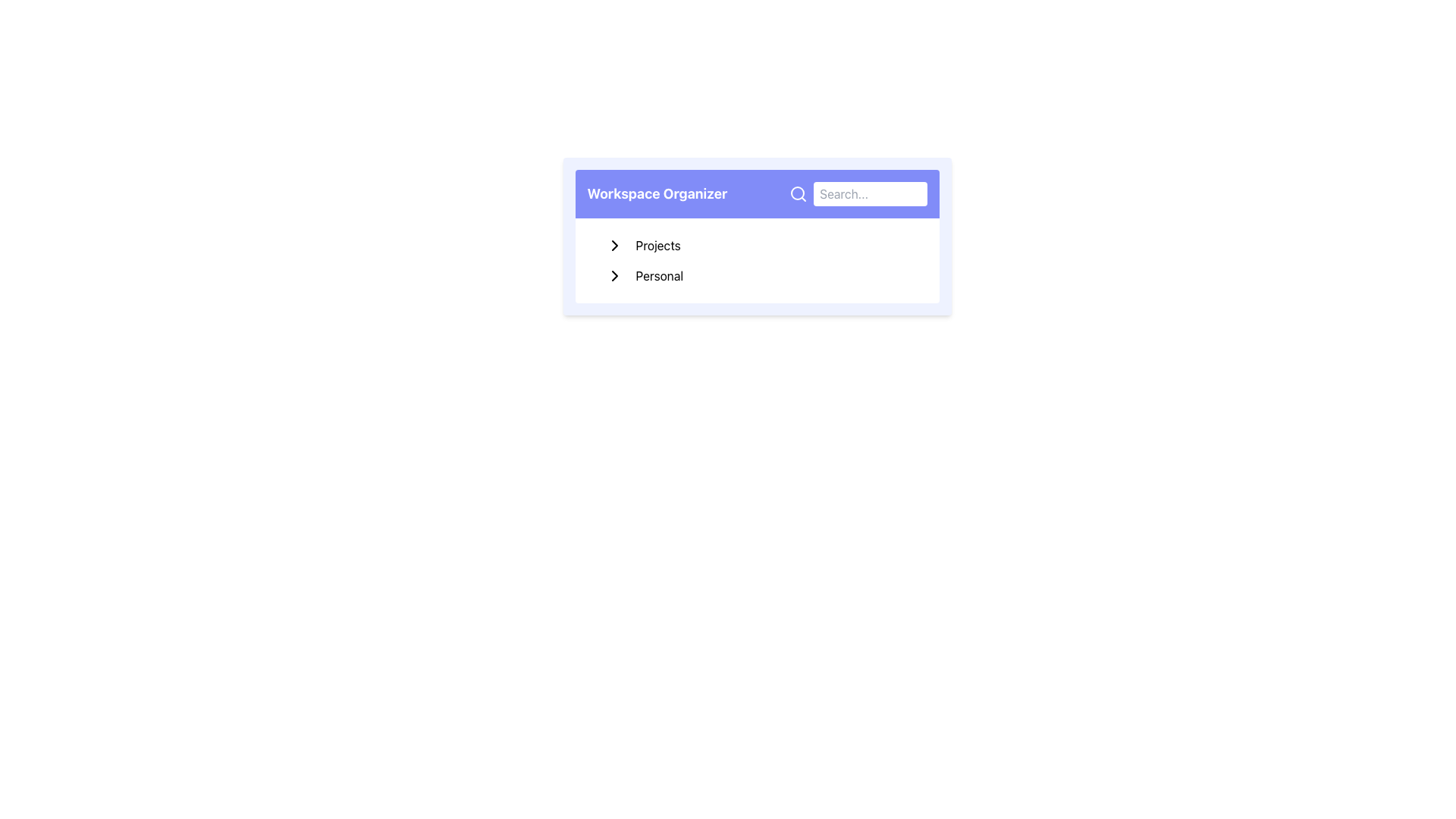  What do you see at coordinates (659, 275) in the screenshot?
I see `the text label stating 'Personal' to read its content` at bounding box center [659, 275].